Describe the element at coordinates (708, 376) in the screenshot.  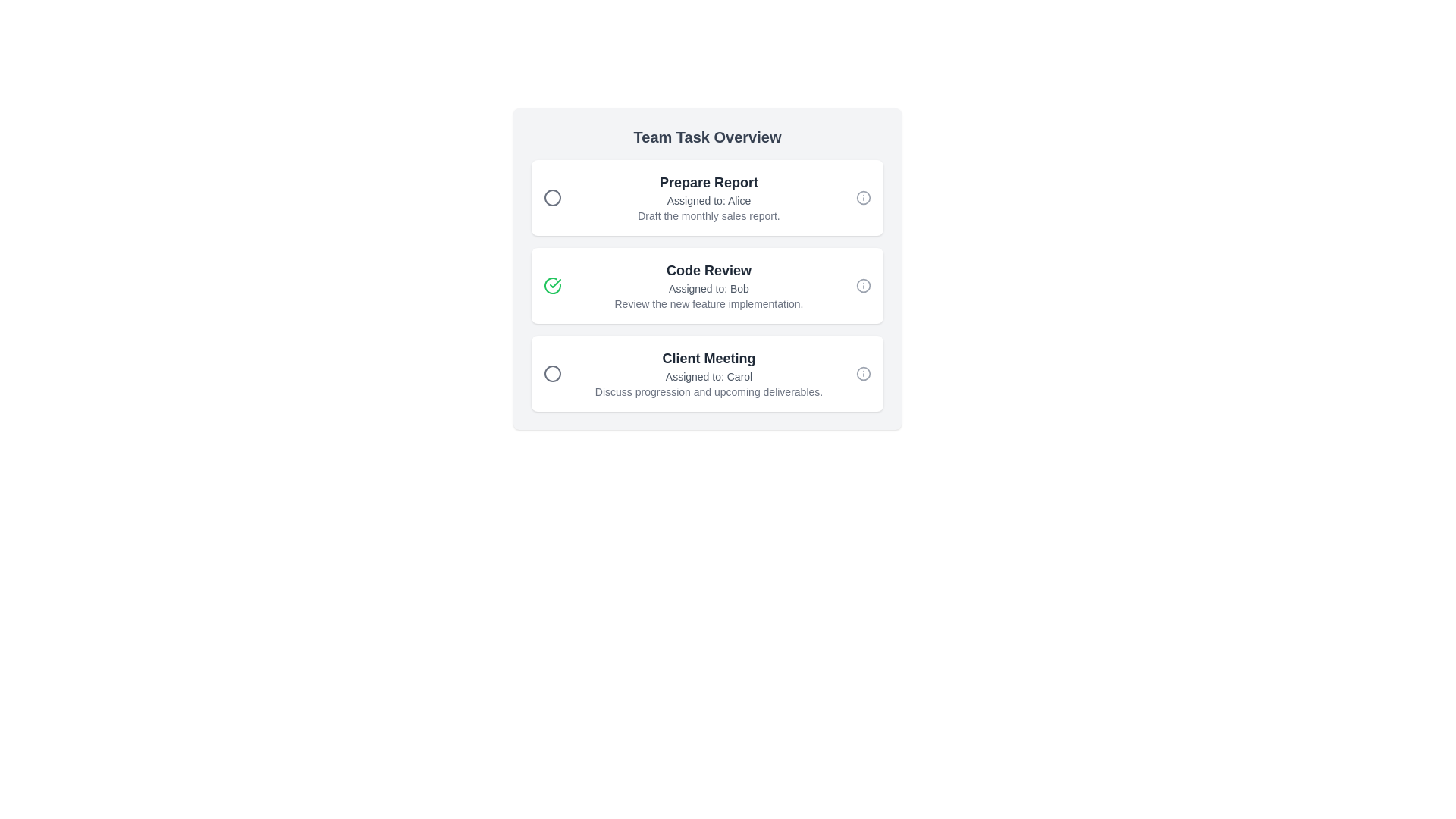
I see `the text display element that reads 'Assigned to: Carol', which is styled with a small font size and gray color, located directly below the heading 'Client Meeting'` at that location.